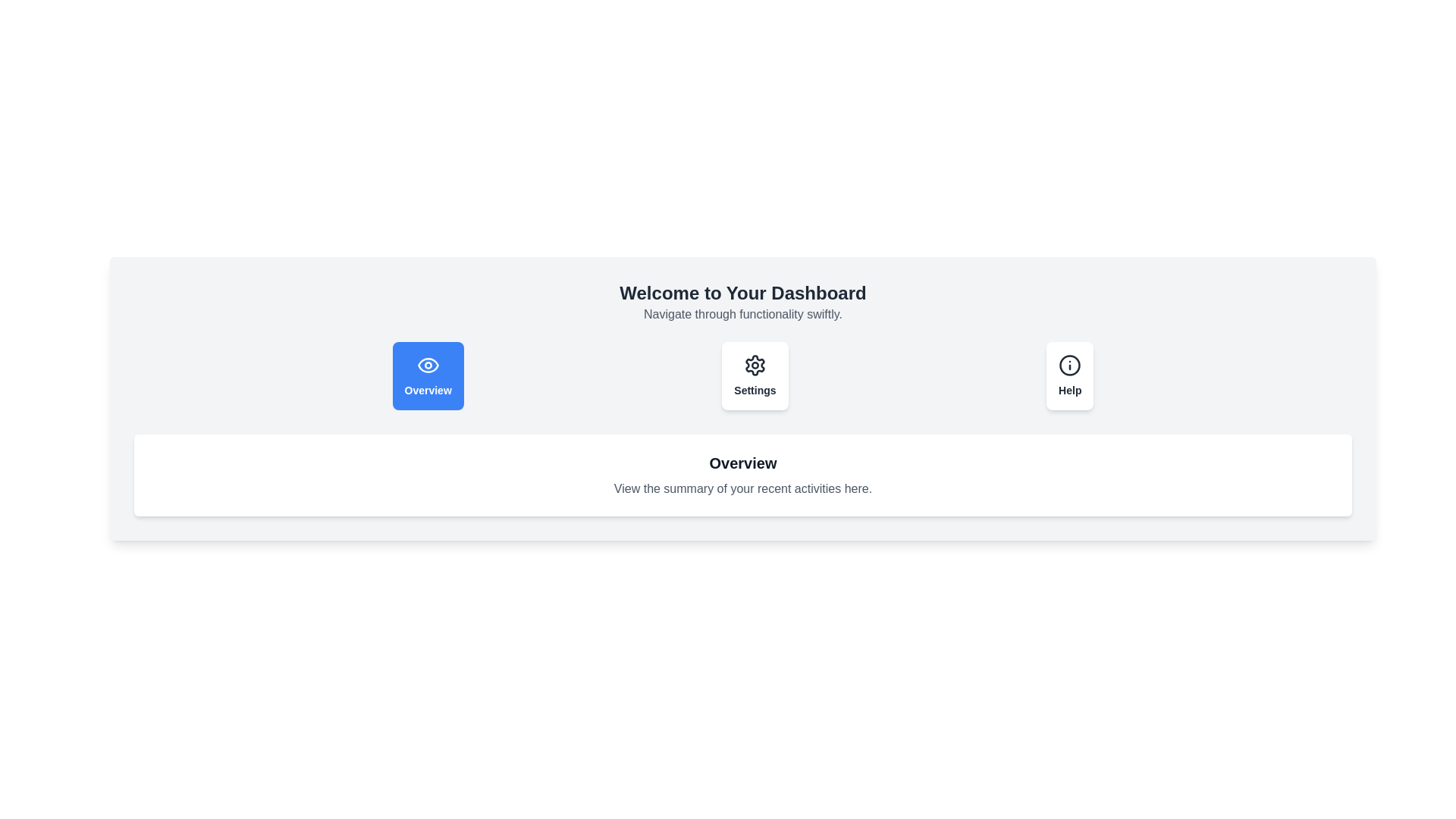  Describe the element at coordinates (427, 390) in the screenshot. I see `the 'Overview' text label, which is displayed in bold within a blue button-like component, located at the center of the element's bounding box` at that location.